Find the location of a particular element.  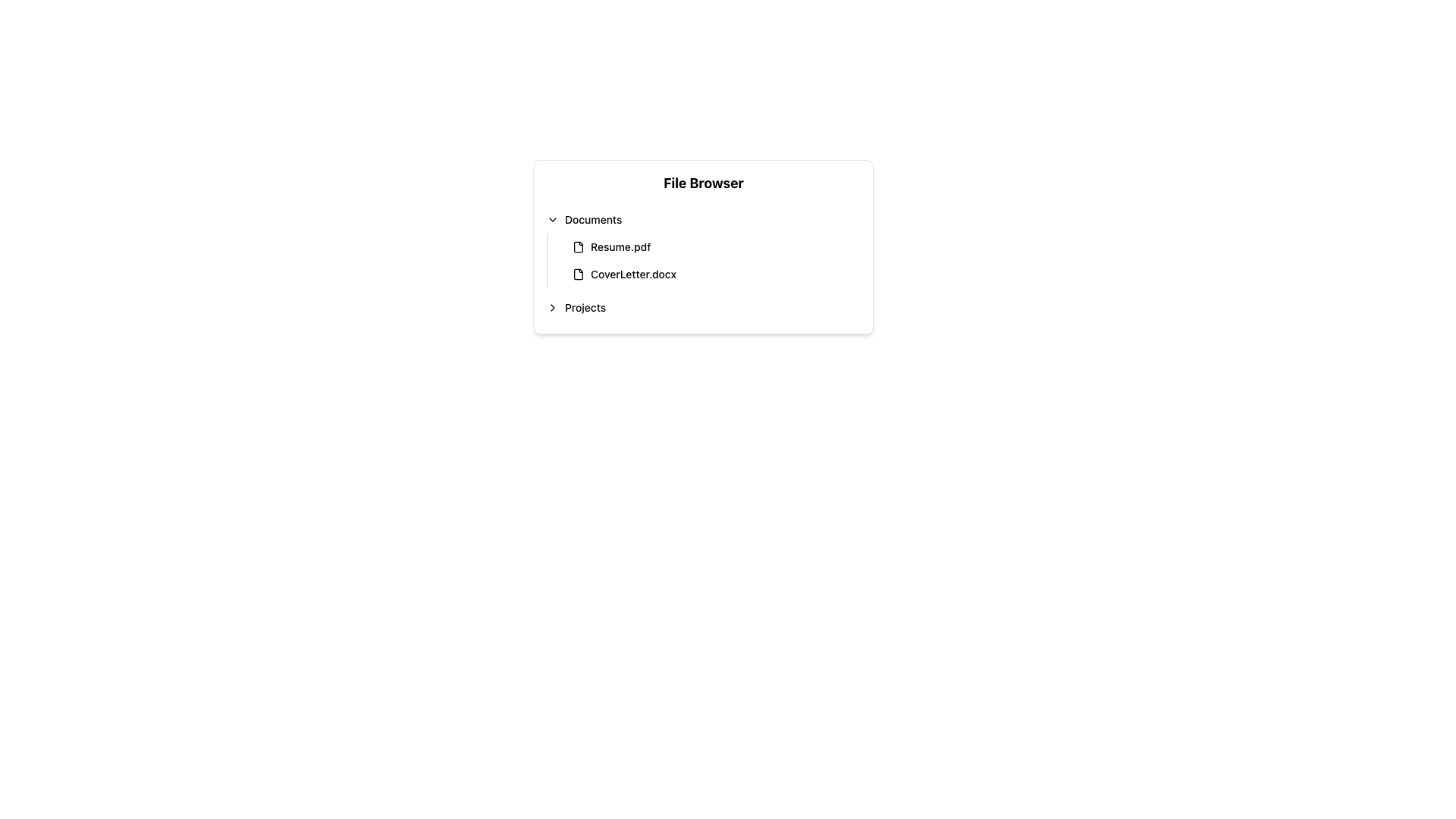

the 'Documents' text label is located at coordinates (592, 219).